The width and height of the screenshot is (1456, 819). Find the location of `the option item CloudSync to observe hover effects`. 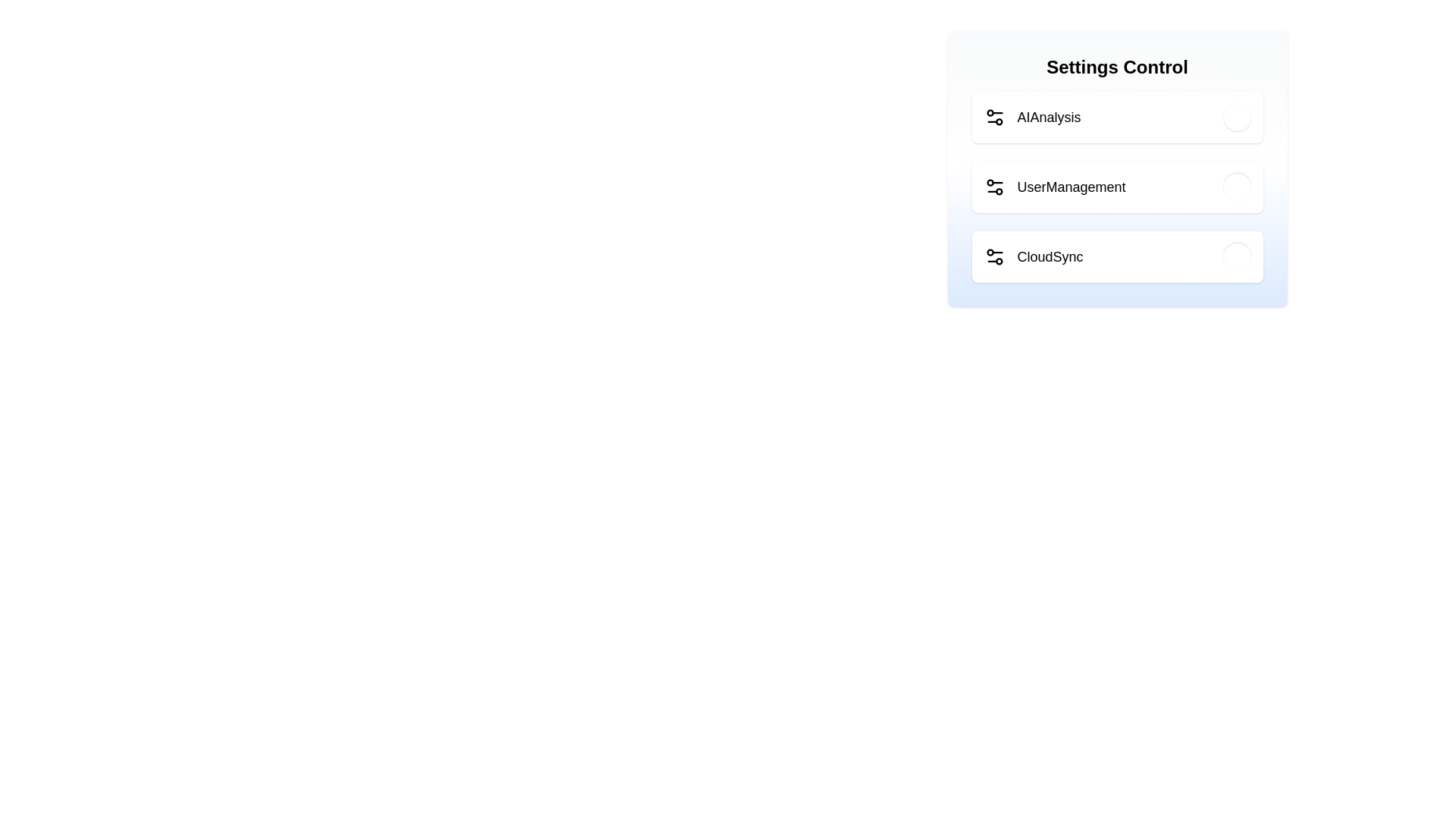

the option item CloudSync to observe hover effects is located at coordinates (1117, 256).